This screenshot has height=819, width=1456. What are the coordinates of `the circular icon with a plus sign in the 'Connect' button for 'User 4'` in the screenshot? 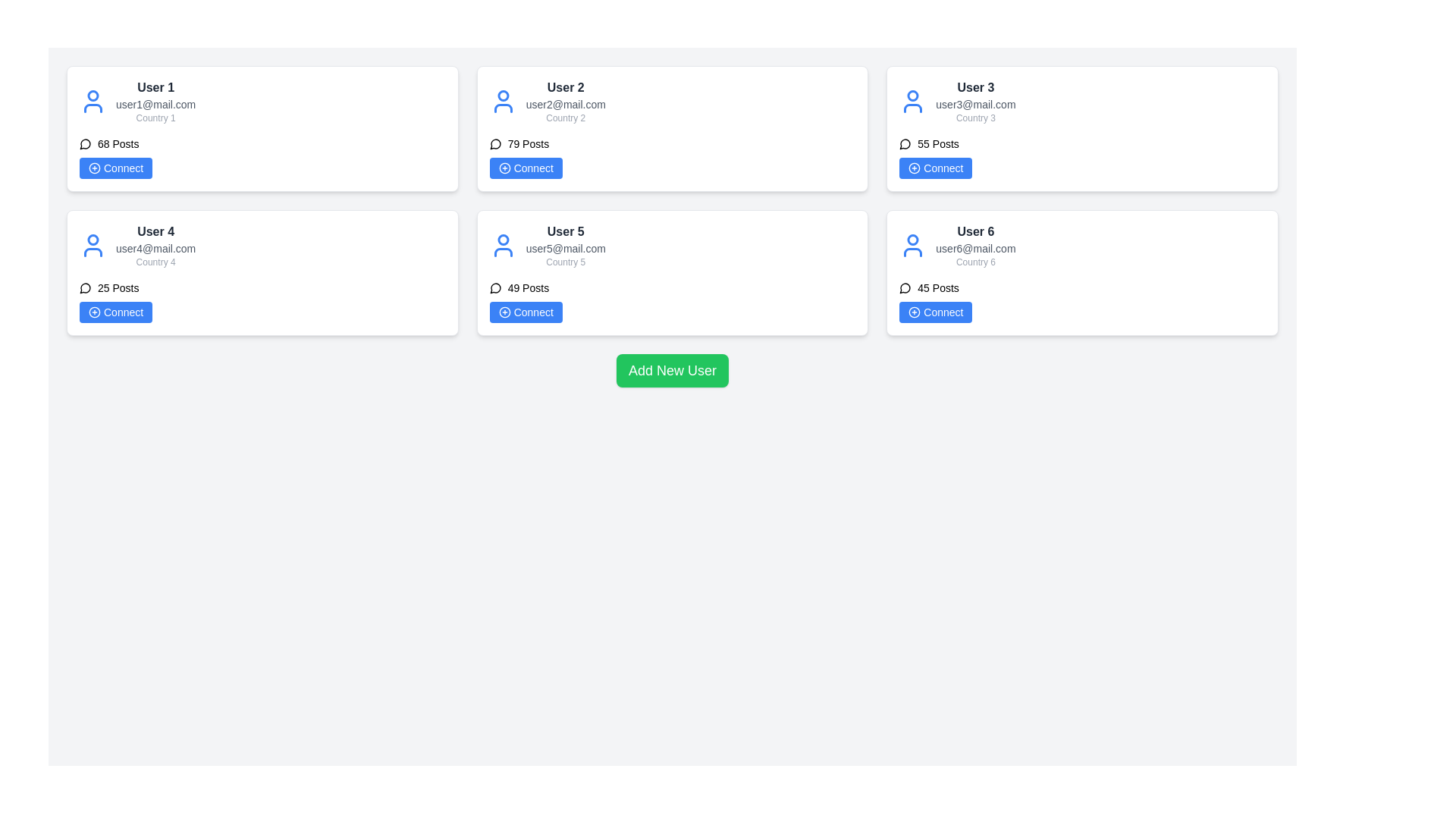 It's located at (93, 312).